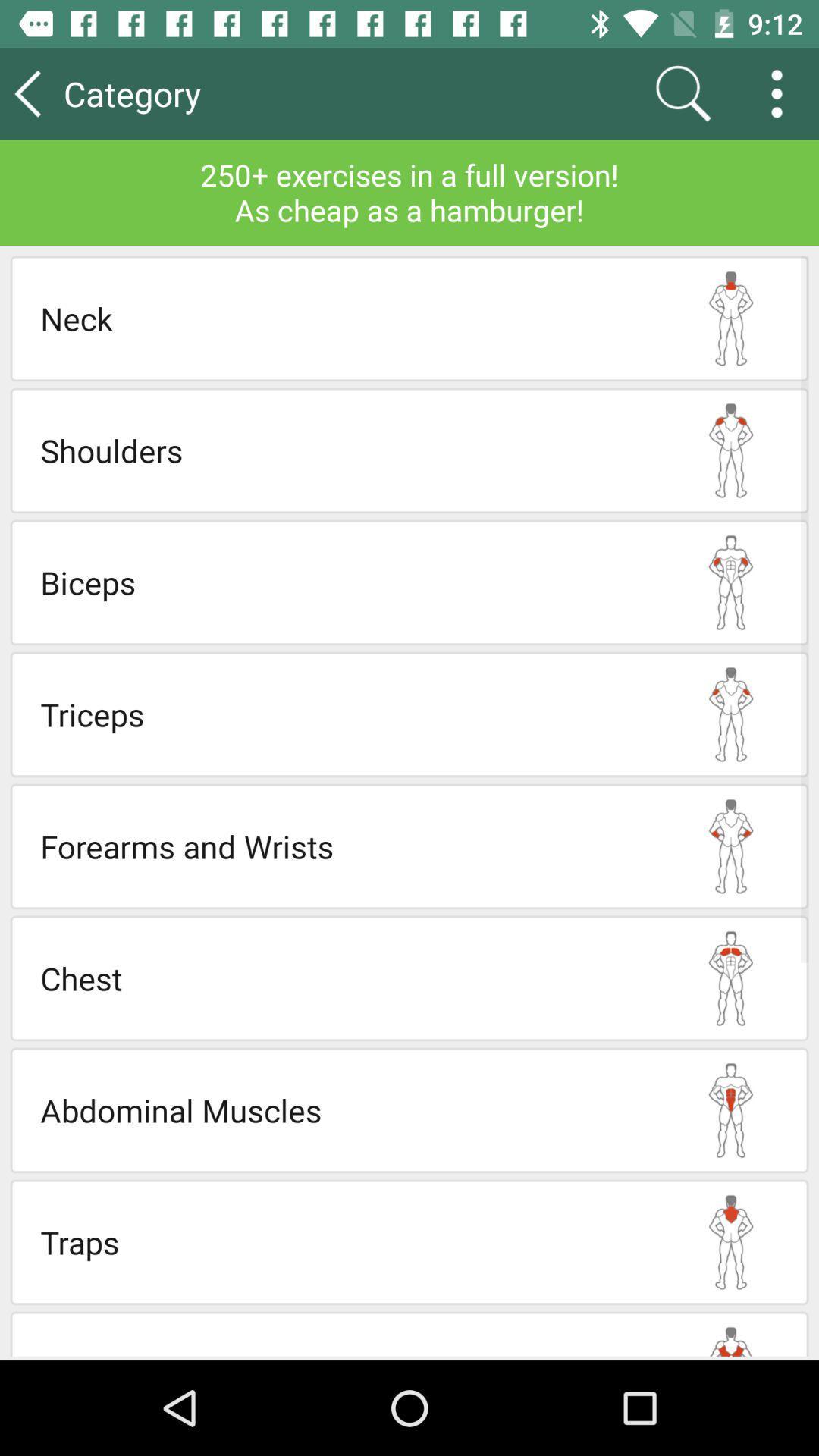 The image size is (819, 1456). What do you see at coordinates (347, 1110) in the screenshot?
I see `abdominal muscles icon` at bounding box center [347, 1110].